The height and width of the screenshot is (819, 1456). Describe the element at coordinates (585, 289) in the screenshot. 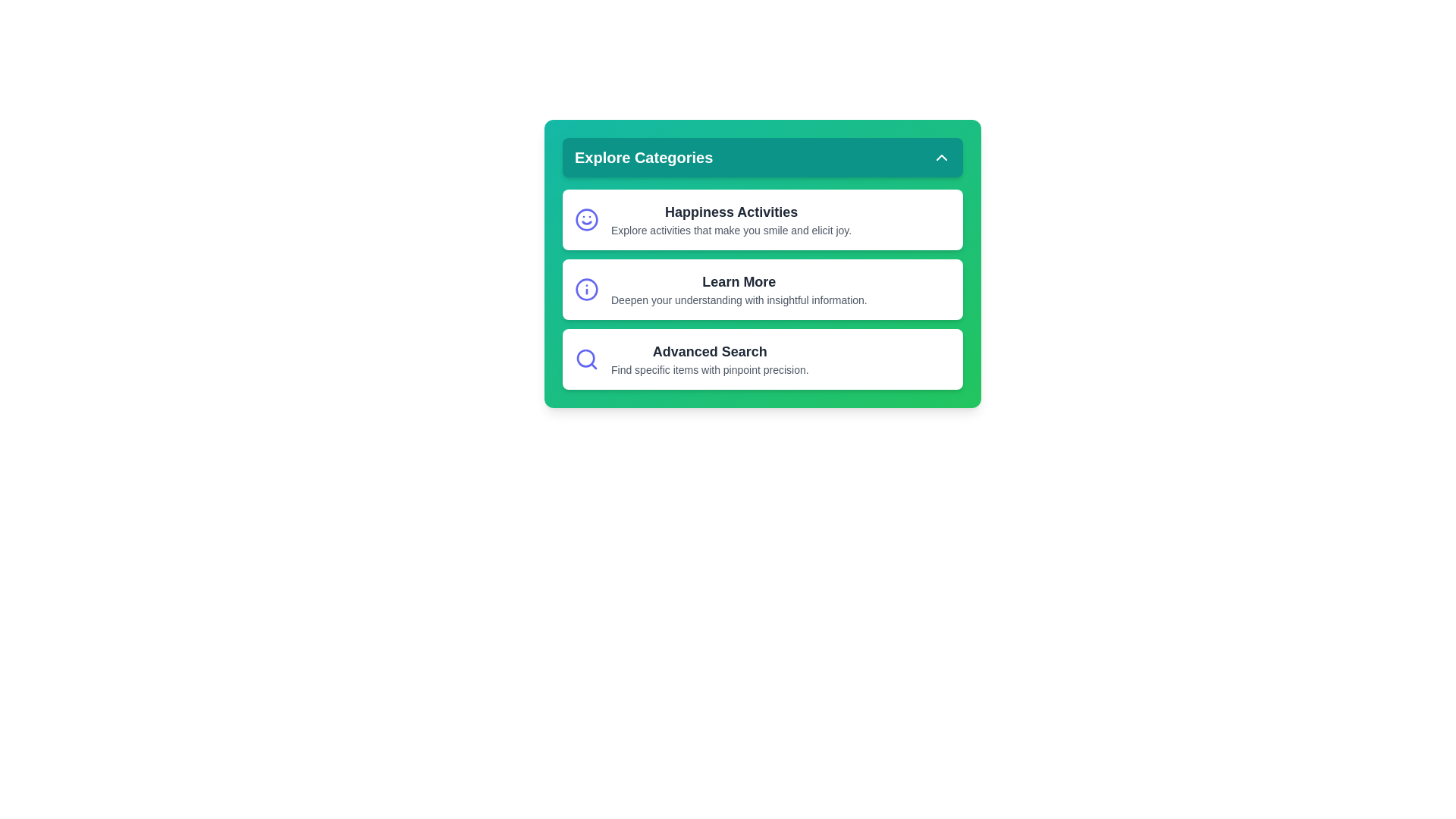

I see `the icon next to the category label Learn More` at that location.